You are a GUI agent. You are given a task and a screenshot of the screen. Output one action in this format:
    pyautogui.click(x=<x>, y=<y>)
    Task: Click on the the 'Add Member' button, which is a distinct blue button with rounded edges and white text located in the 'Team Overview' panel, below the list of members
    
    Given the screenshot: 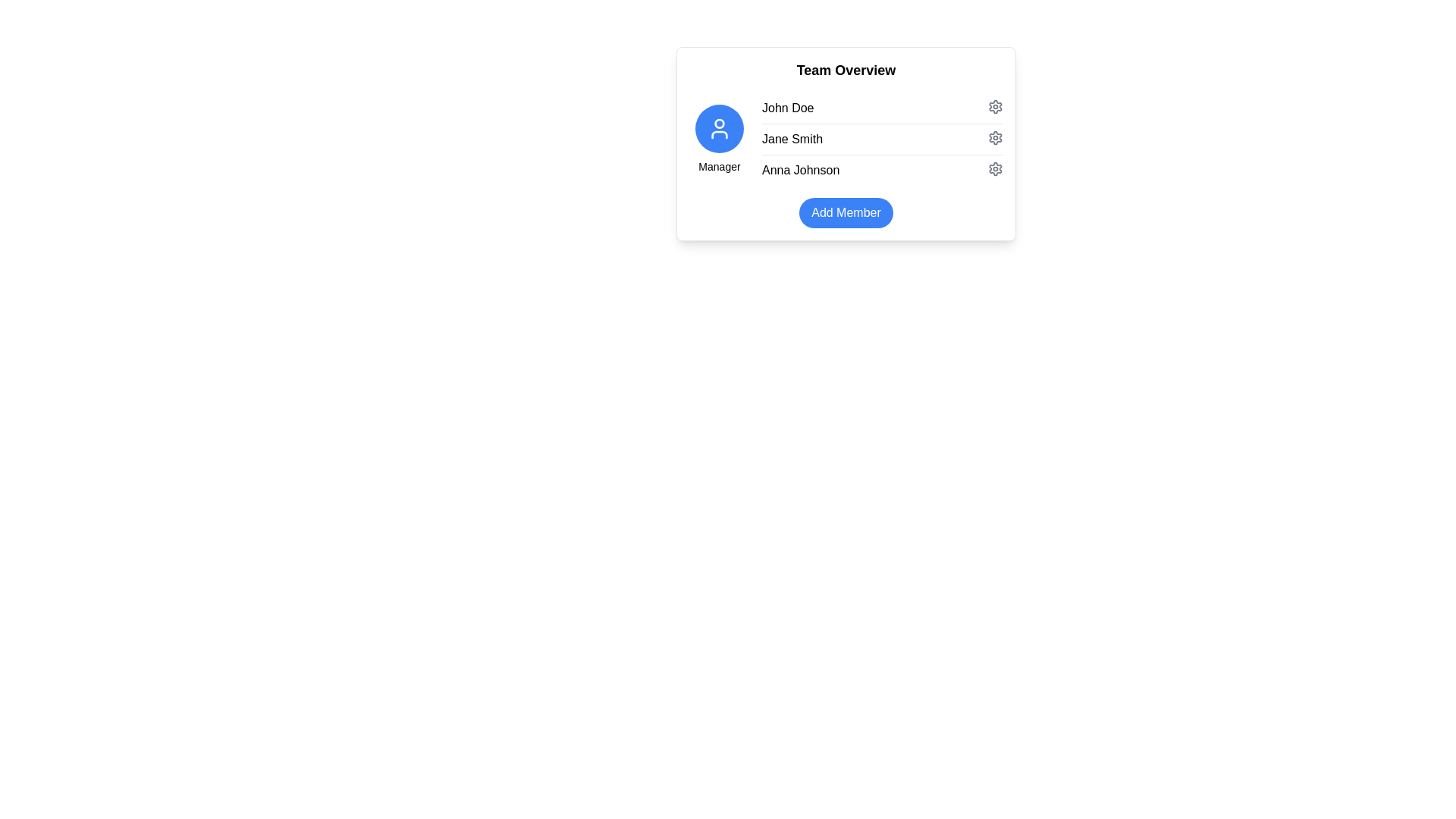 What is the action you would take?
    pyautogui.click(x=846, y=213)
    